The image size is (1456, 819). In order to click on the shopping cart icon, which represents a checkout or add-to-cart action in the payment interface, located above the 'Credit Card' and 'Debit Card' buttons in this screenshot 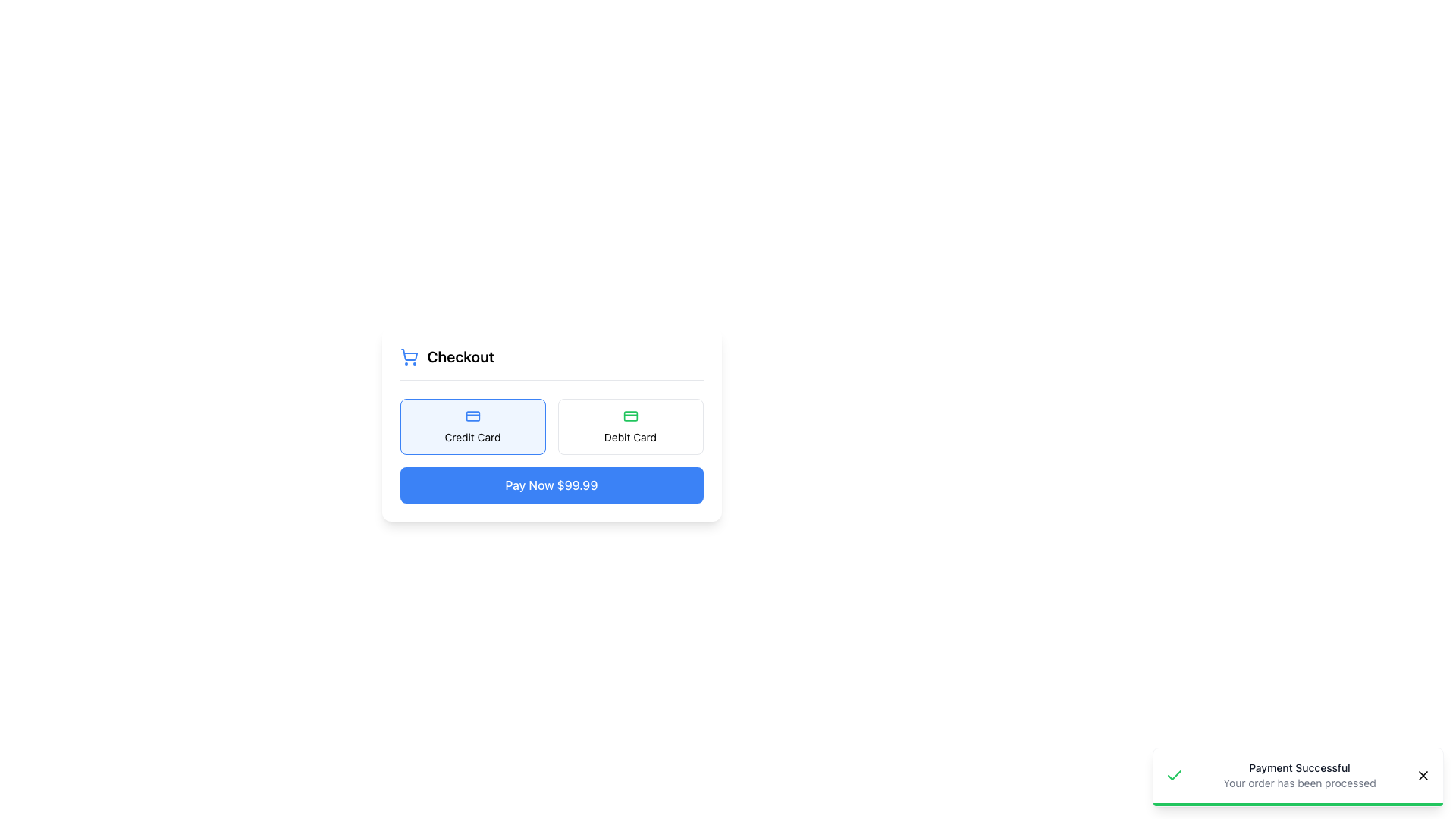, I will do `click(409, 355)`.